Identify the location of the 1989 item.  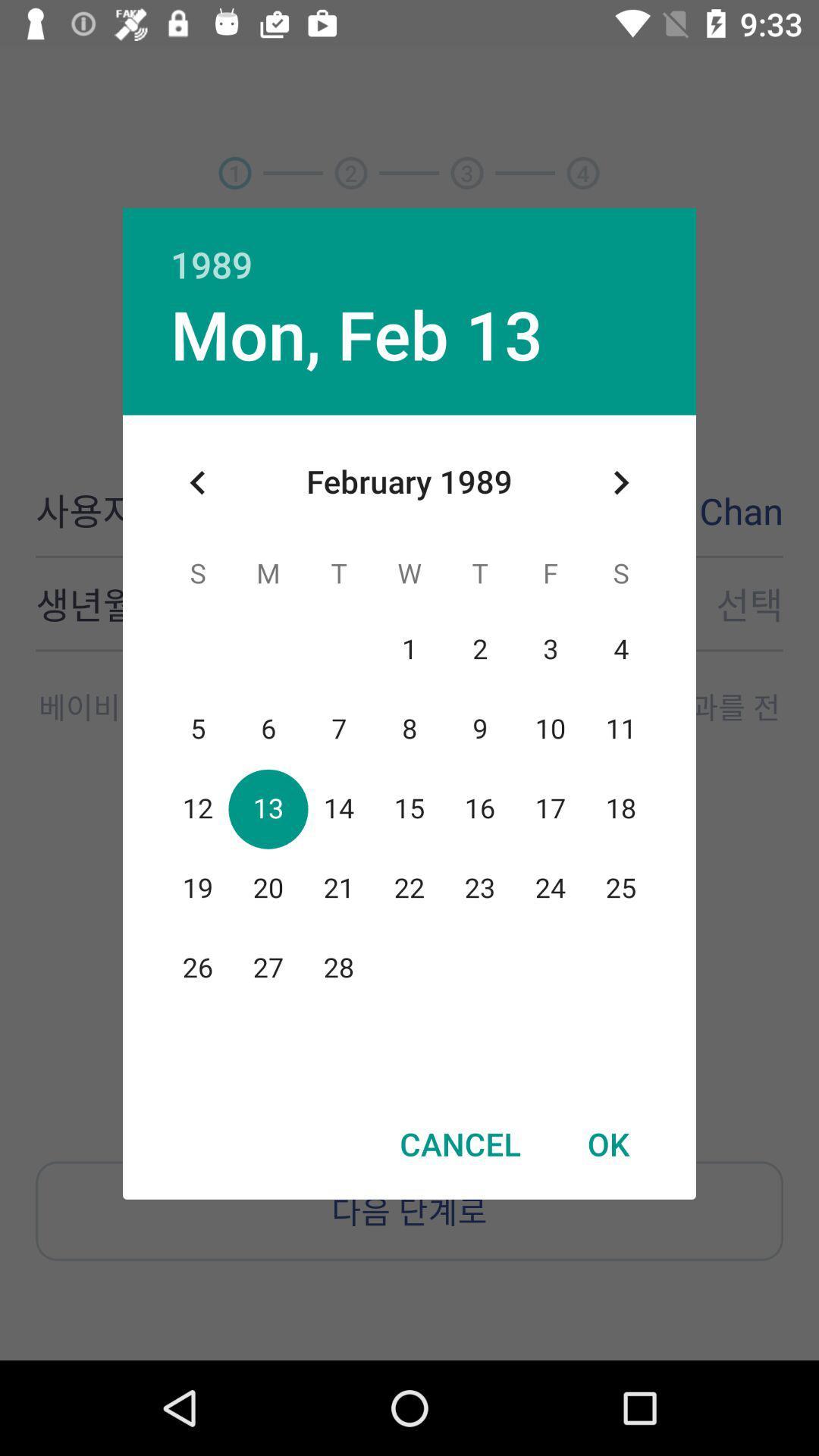
(409, 248).